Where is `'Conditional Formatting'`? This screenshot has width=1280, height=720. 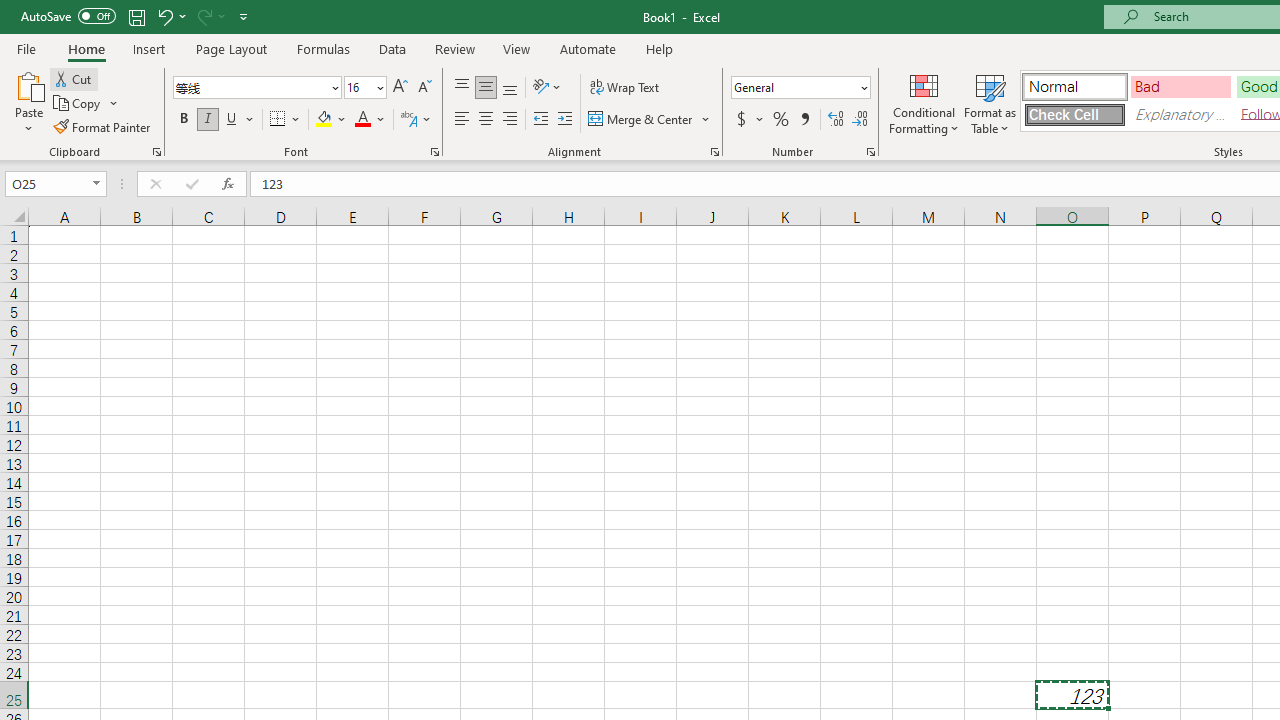
'Conditional Formatting' is located at coordinates (923, 103).